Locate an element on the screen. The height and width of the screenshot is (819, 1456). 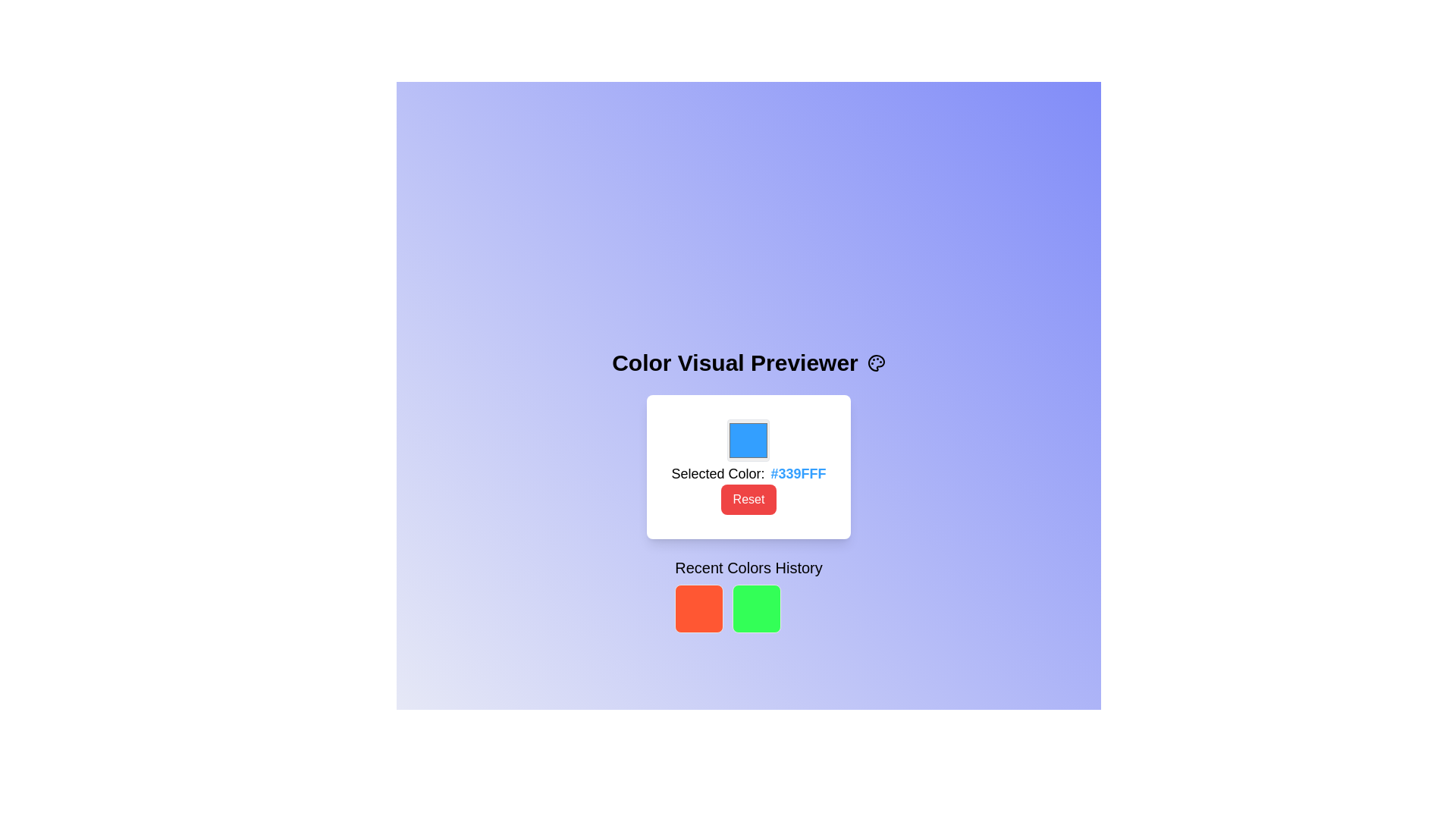
the text display element that shows 'Selected Color: #339FFF', which is centered within a highlighted white panel is located at coordinates (748, 472).